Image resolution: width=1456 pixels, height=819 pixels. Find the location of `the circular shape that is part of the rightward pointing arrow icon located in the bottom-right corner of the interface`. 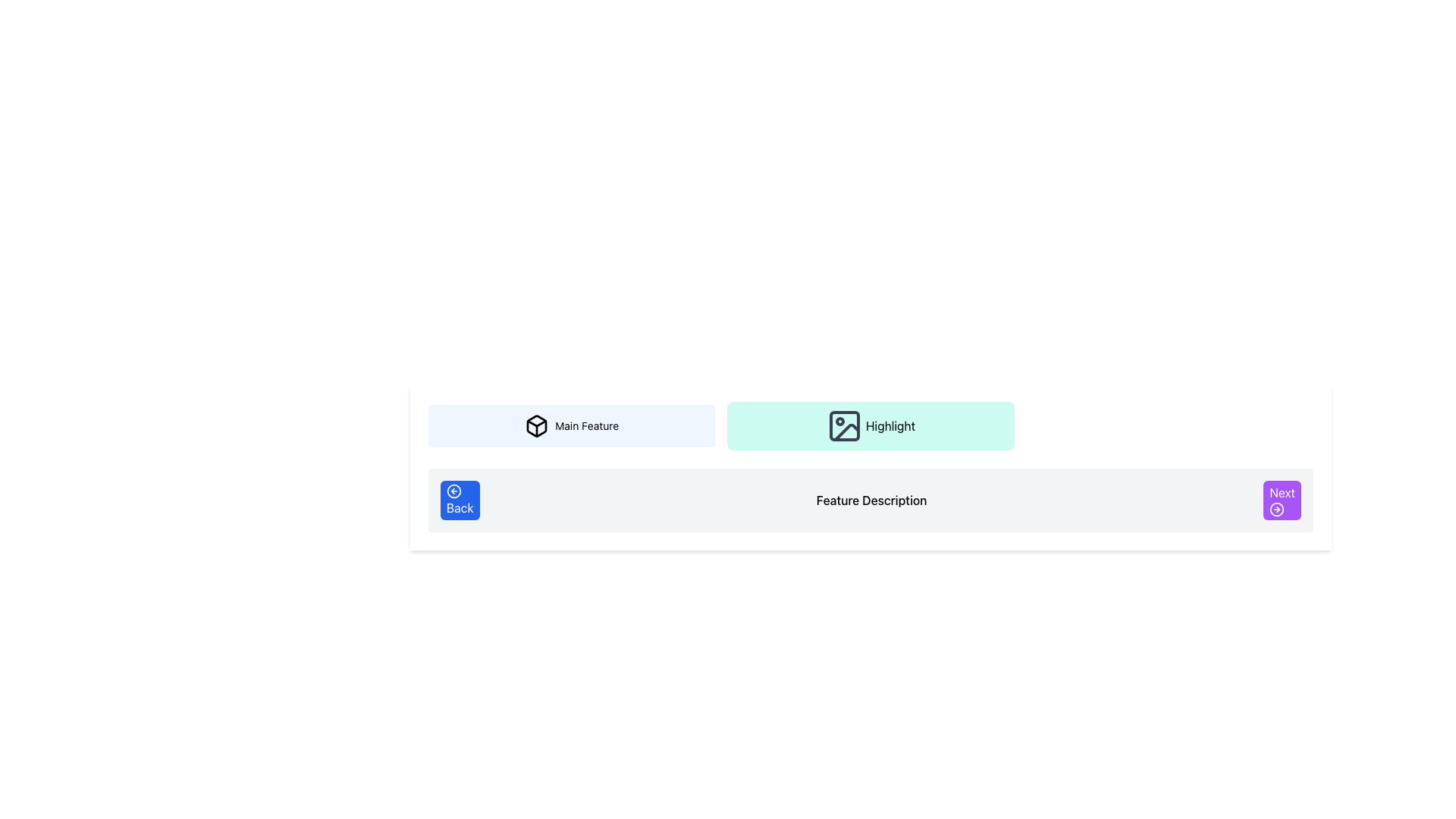

the circular shape that is part of the rightward pointing arrow icon located in the bottom-right corner of the interface is located at coordinates (1276, 509).